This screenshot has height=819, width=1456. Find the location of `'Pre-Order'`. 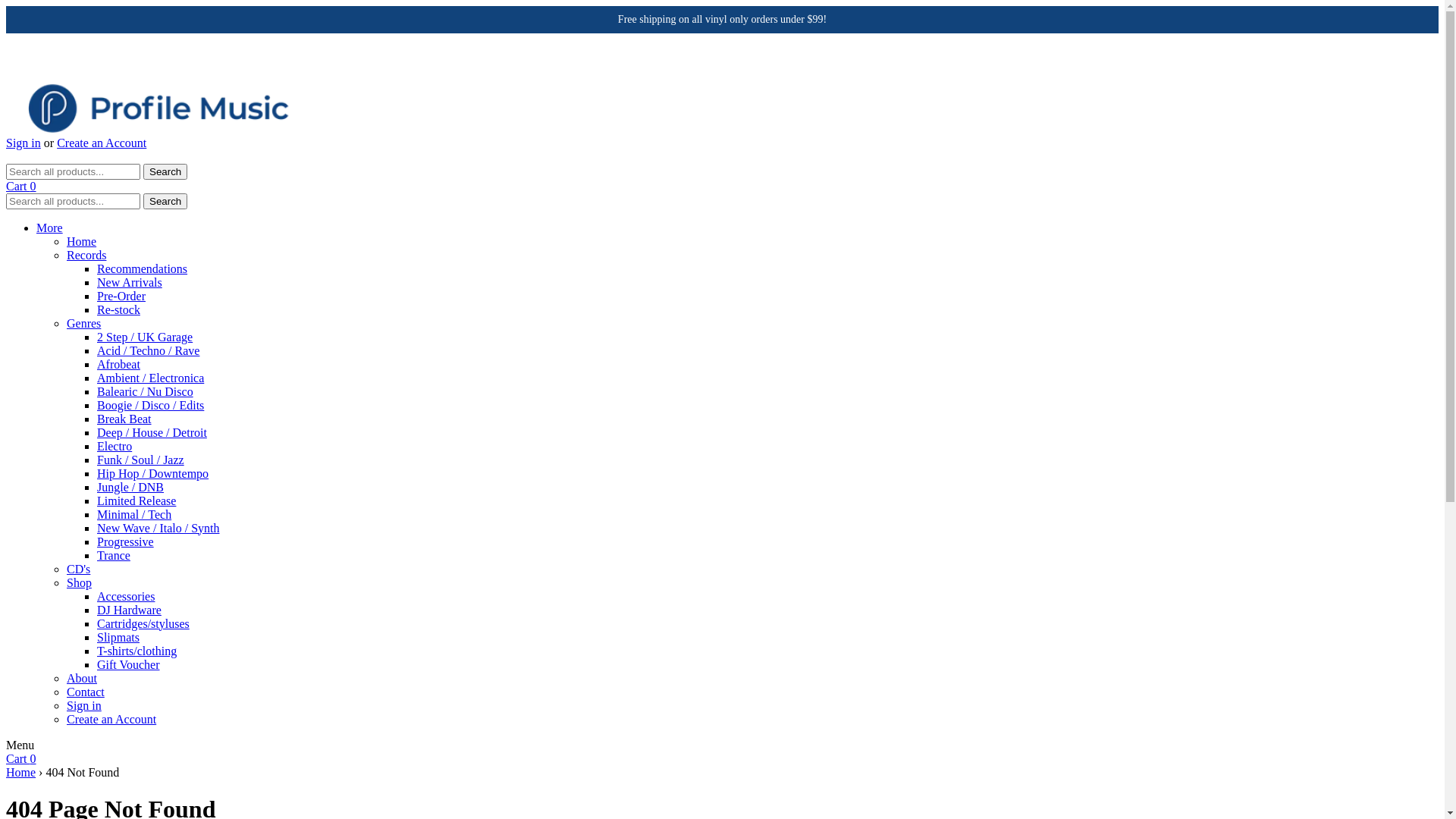

'Pre-Order' is located at coordinates (96, 296).